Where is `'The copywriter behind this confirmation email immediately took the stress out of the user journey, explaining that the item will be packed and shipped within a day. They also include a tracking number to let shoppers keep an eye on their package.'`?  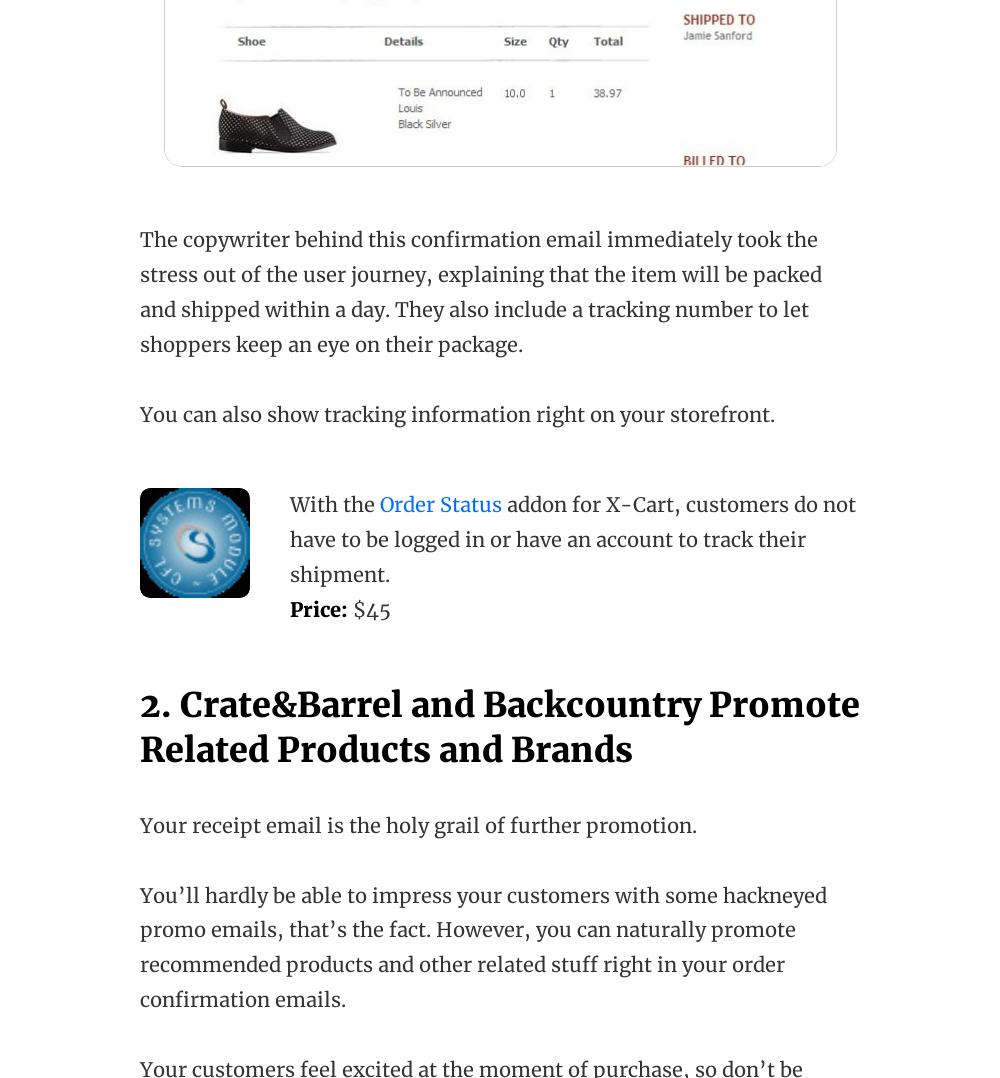
'The copywriter behind this confirmation email immediately took the stress out of the user journey, explaining that the item will be packed and shipped within a day. They also include a tracking number to let shoppers keep an eye on their package.' is located at coordinates (480, 292).